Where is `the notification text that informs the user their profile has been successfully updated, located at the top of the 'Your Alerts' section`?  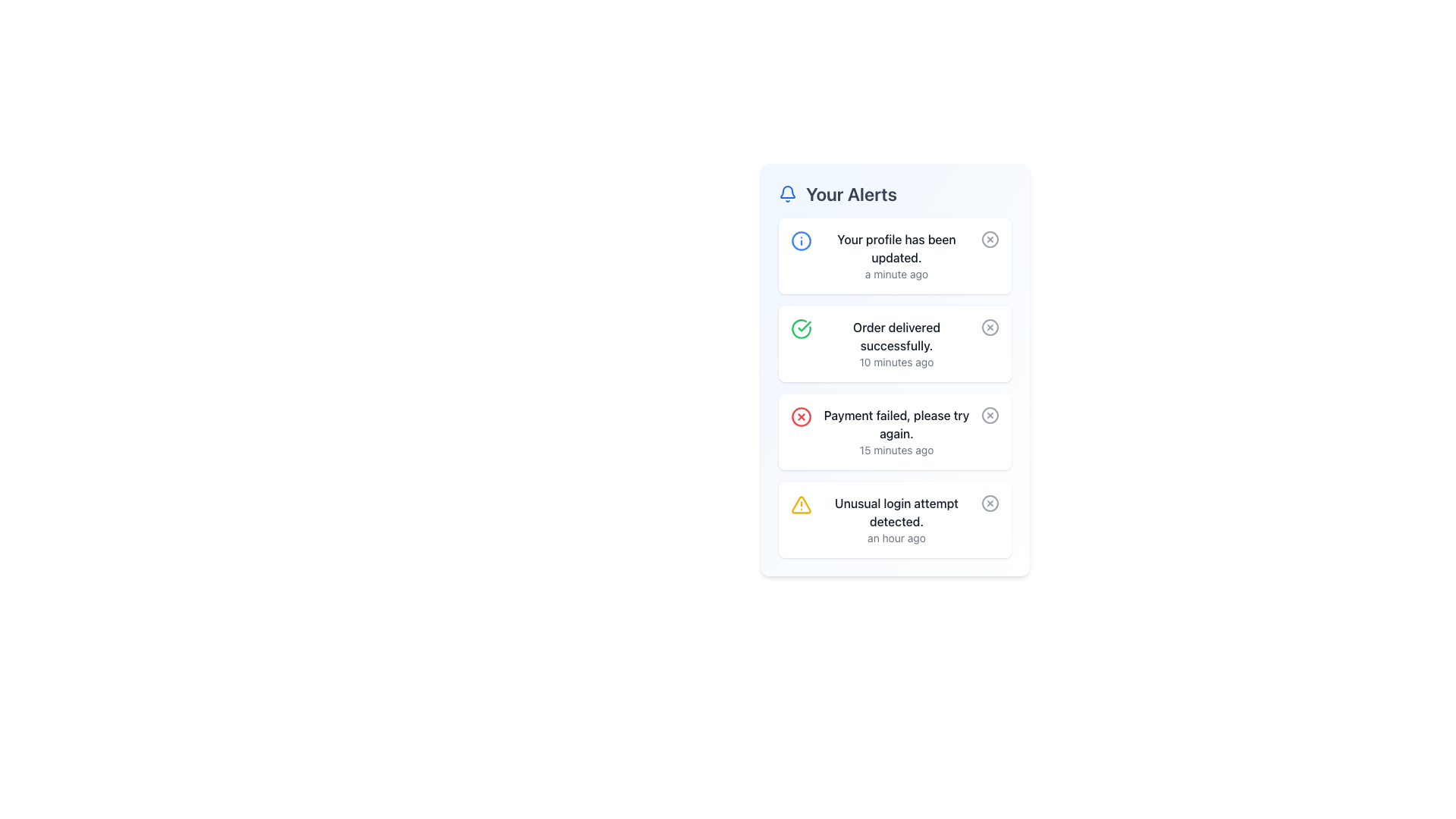 the notification text that informs the user their profile has been successfully updated, located at the top of the 'Your Alerts' section is located at coordinates (896, 247).